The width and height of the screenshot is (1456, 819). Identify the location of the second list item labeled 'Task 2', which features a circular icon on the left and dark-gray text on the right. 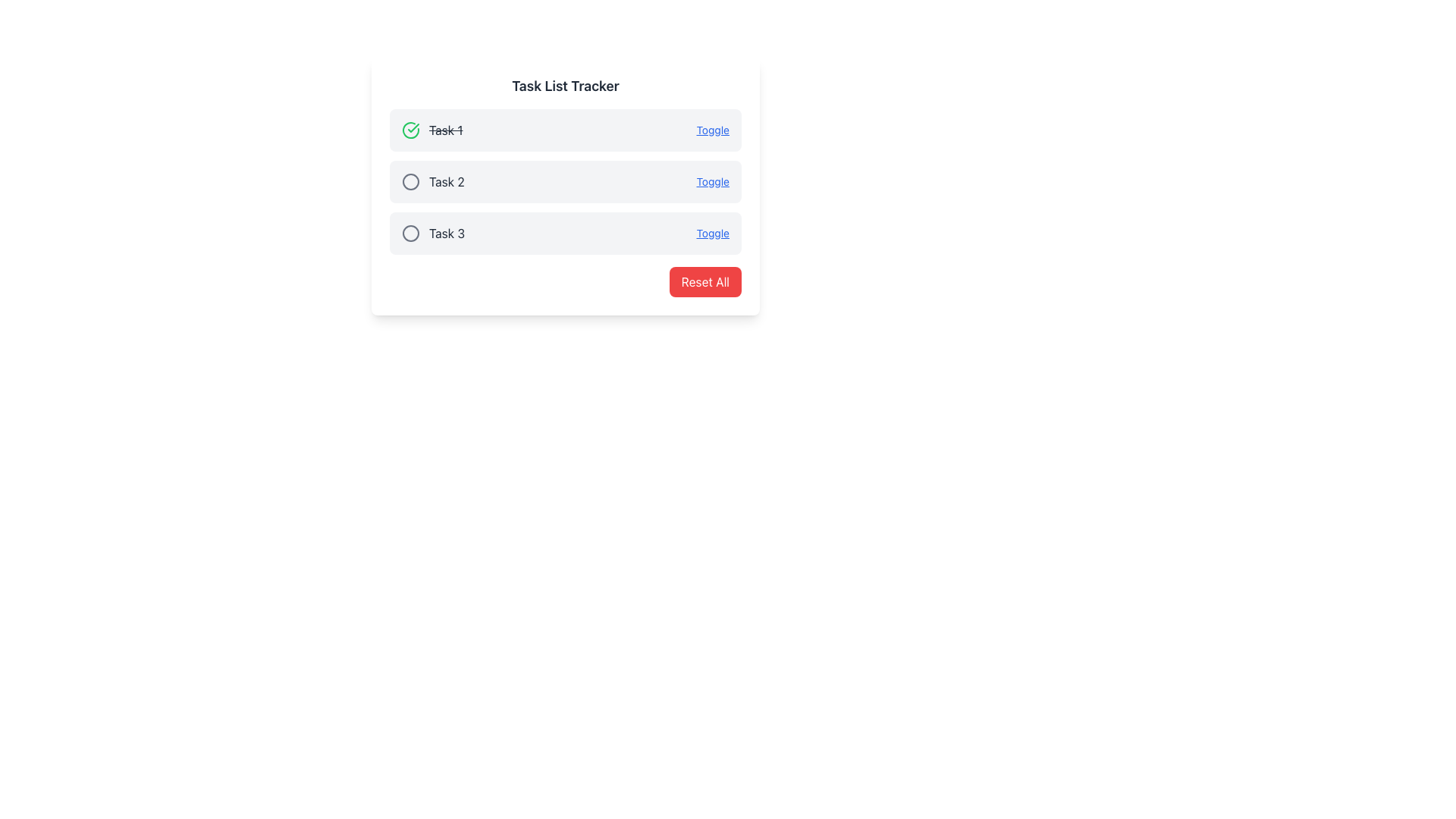
(432, 180).